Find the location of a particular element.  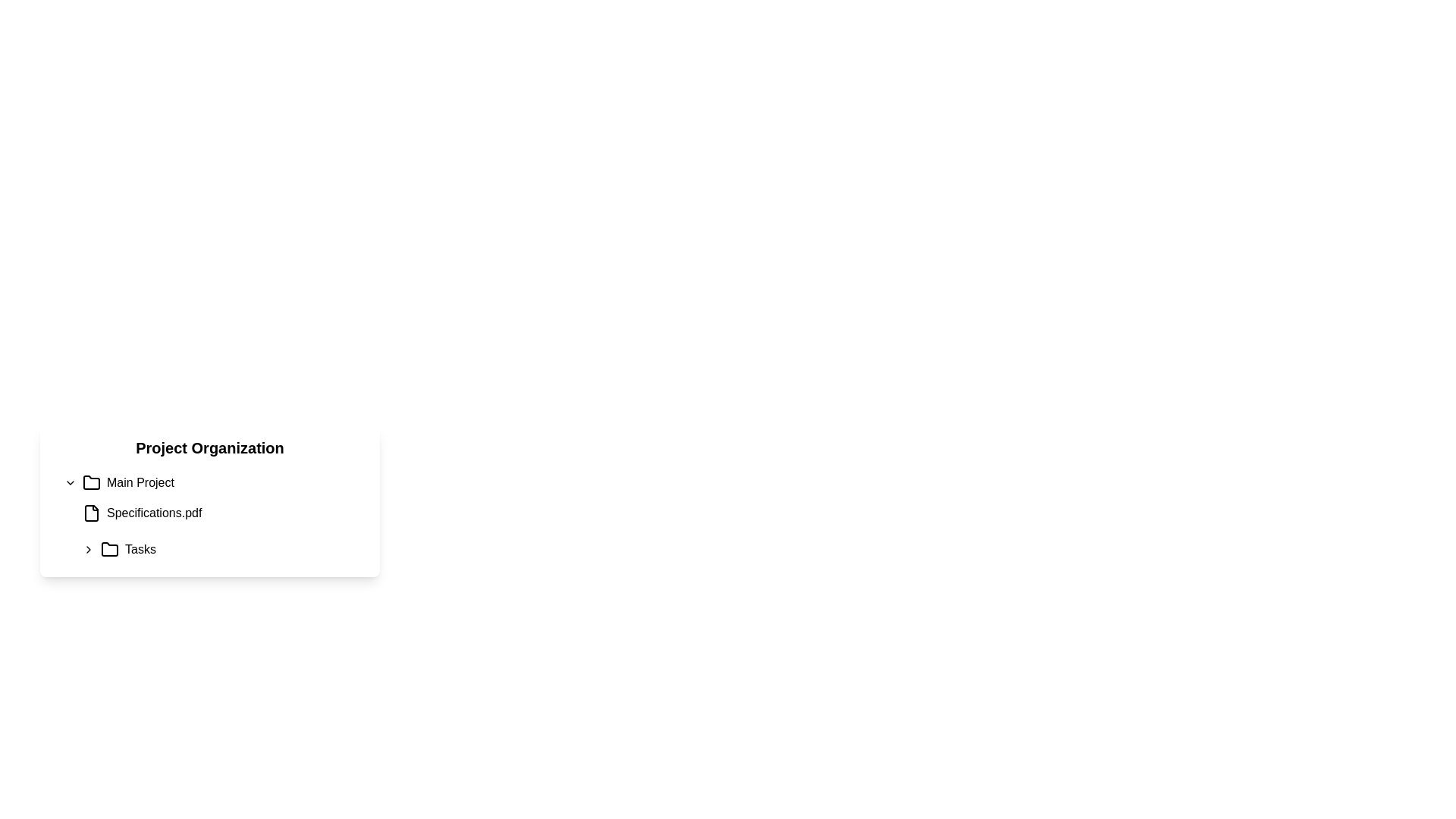

the folder icon represented in line-art style, located to the right of a chevron icon and to the left of the text 'Tasks' is located at coordinates (108, 550).